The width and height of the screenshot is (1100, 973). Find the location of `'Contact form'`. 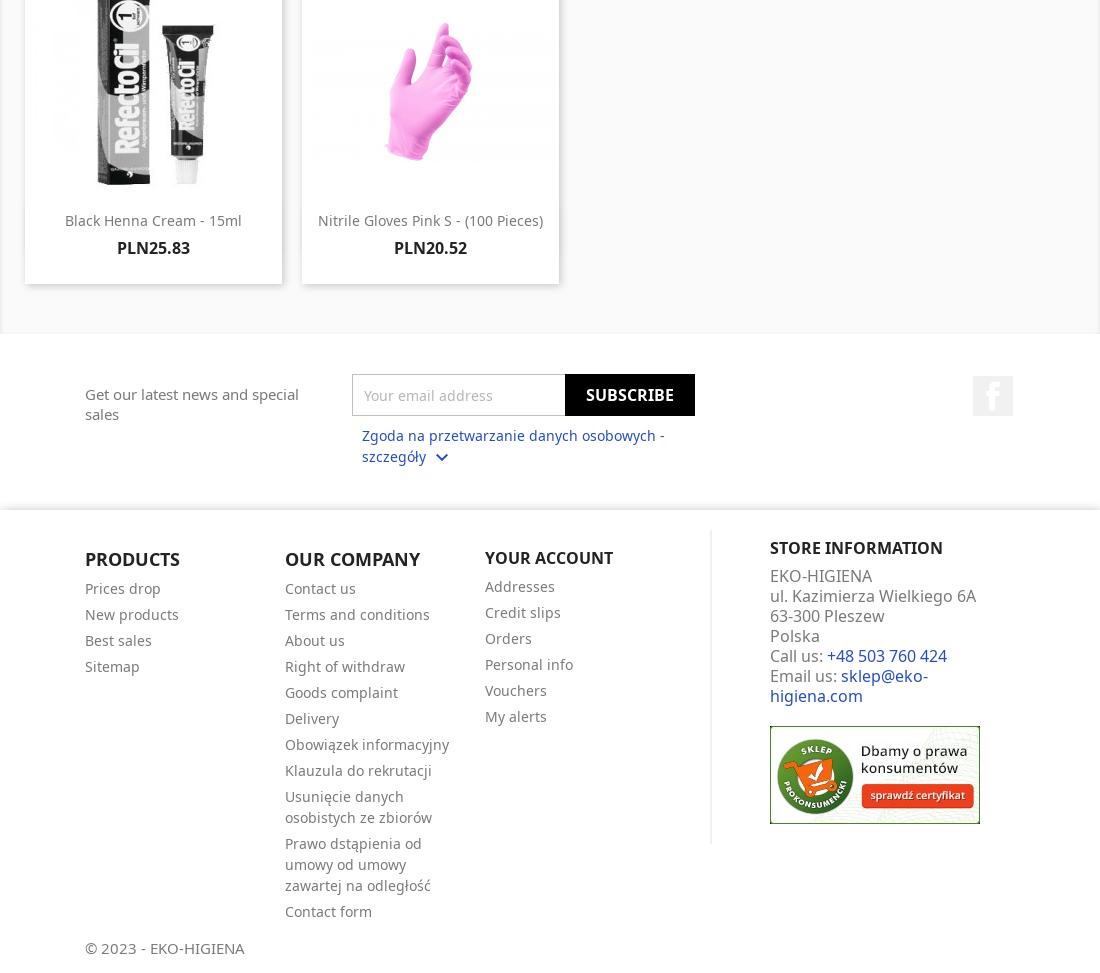

'Contact form' is located at coordinates (284, 909).